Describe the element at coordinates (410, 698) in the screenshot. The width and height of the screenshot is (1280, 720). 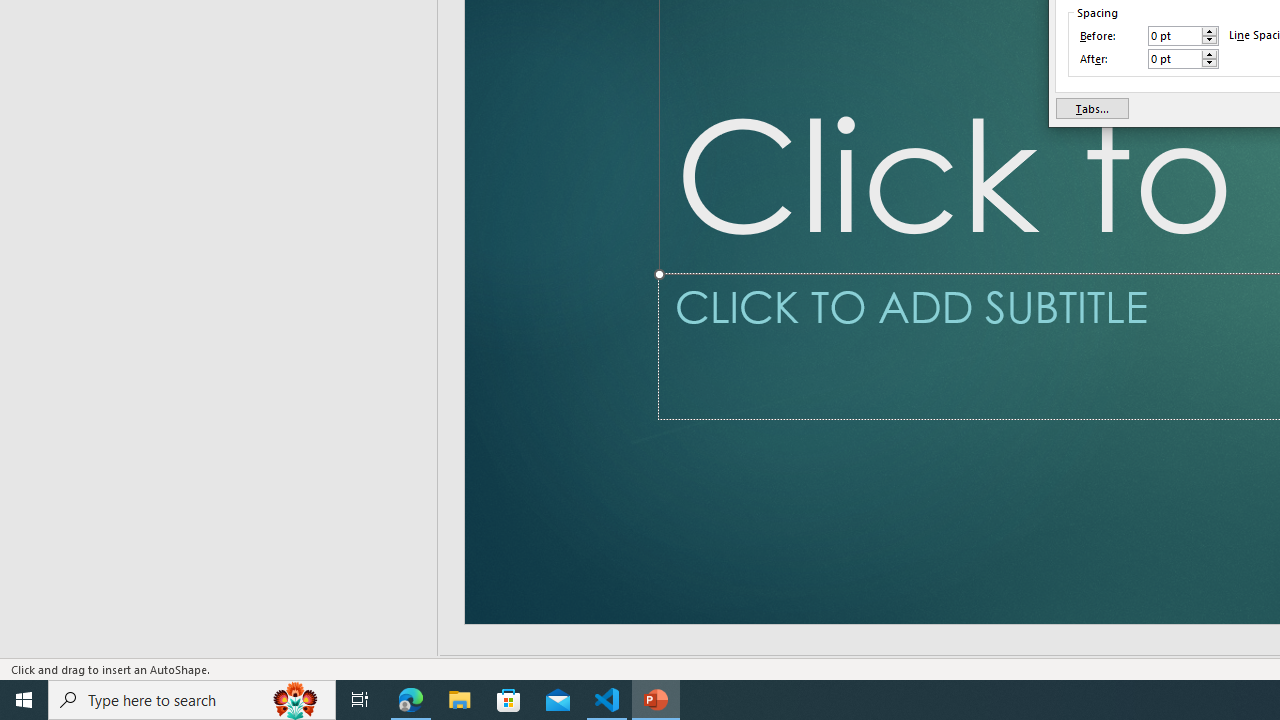
I see `'Microsoft Edge - 1 running window'` at that location.